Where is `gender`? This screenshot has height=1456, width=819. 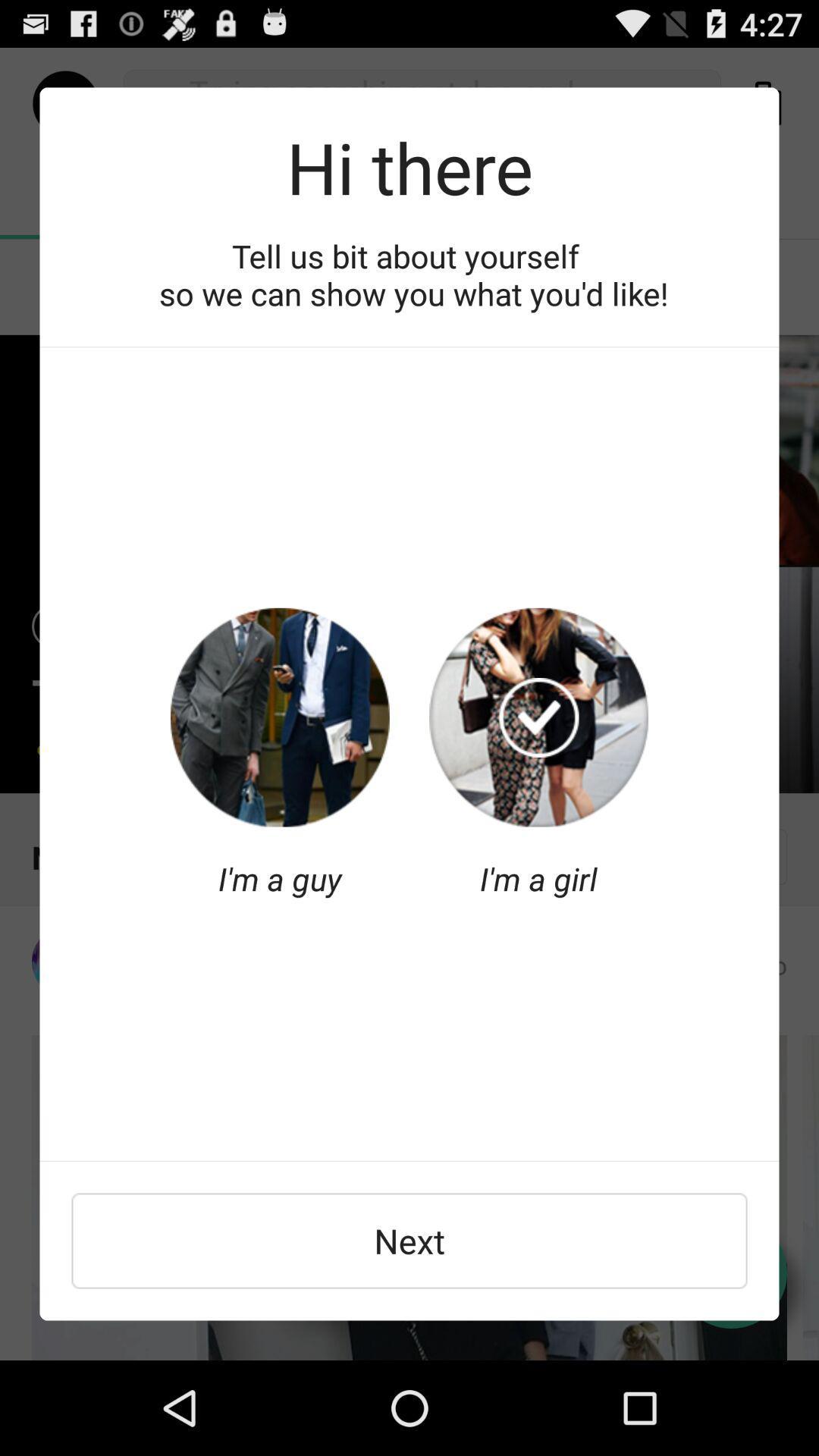
gender is located at coordinates (280, 717).